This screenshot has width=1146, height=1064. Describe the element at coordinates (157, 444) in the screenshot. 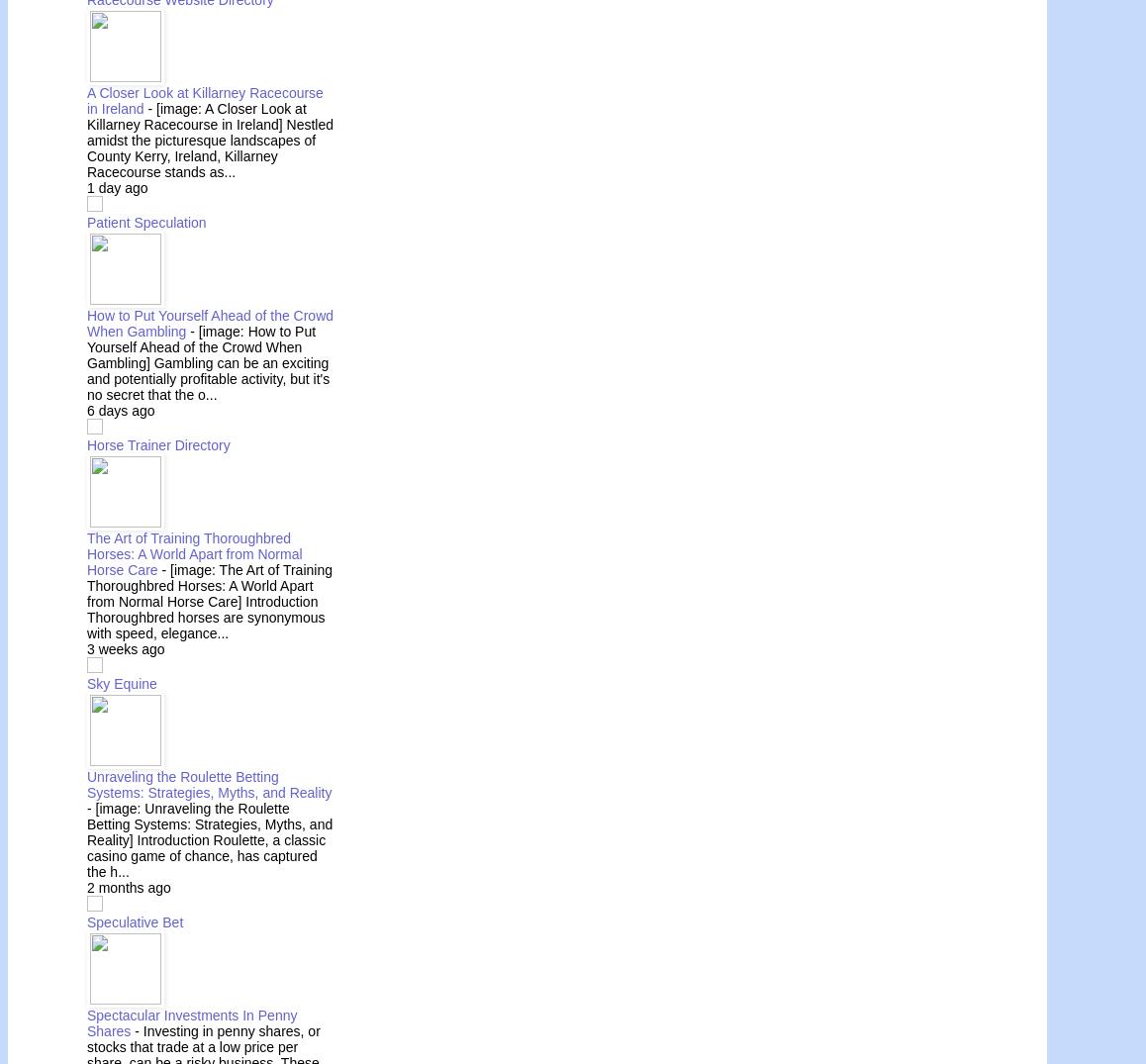

I see `'Horse Trainer Directory'` at that location.